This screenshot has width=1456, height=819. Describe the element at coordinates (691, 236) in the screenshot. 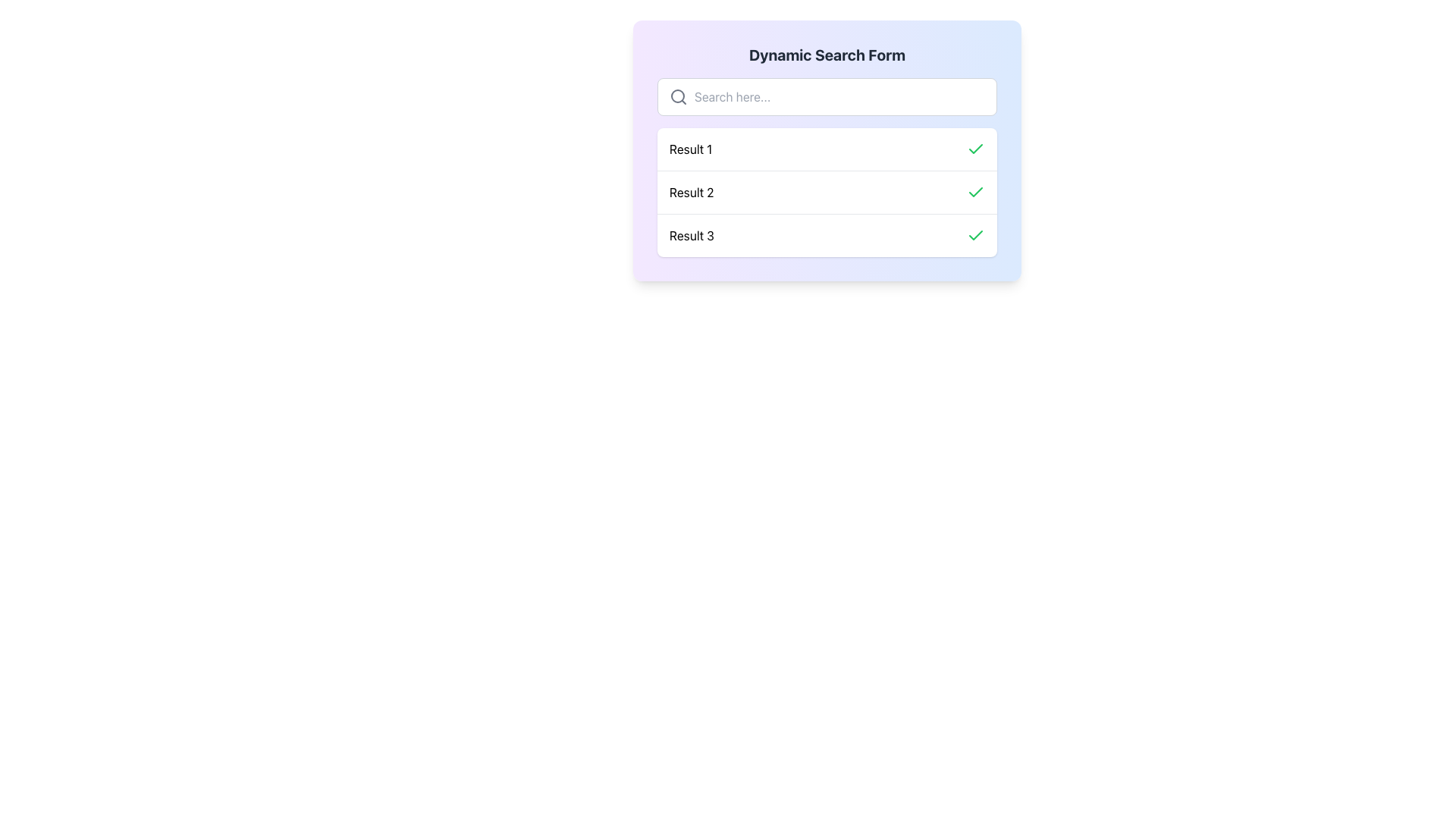

I see `displayed text of the Static Text Label that shows 'Result 3', located in the third position of a vertically arranged list` at that location.